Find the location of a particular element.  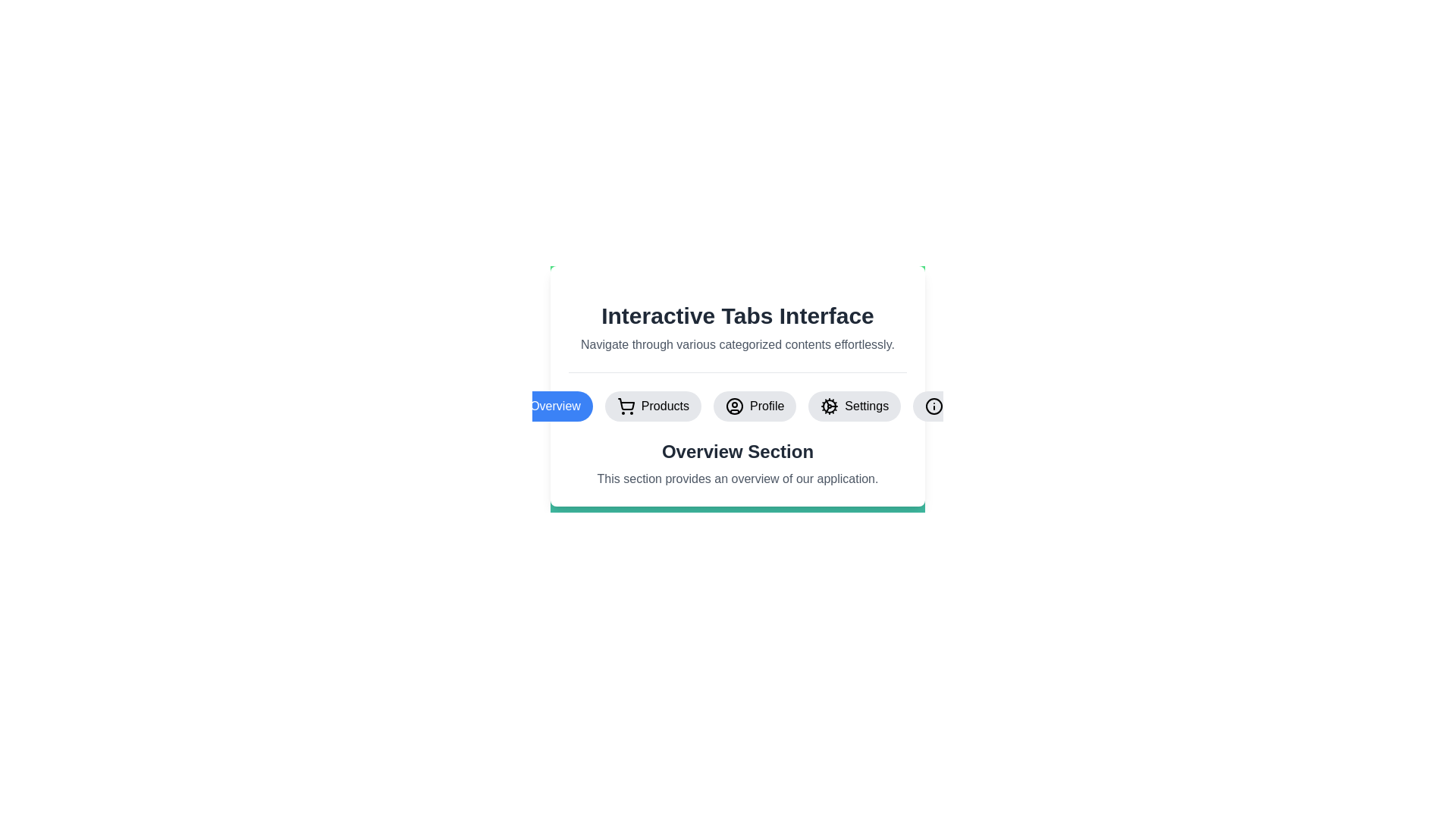

the circular Decorative SVG element within the 'Settings' icon, which is part of the cogwheel design located in the interactive tabs section is located at coordinates (829, 406).